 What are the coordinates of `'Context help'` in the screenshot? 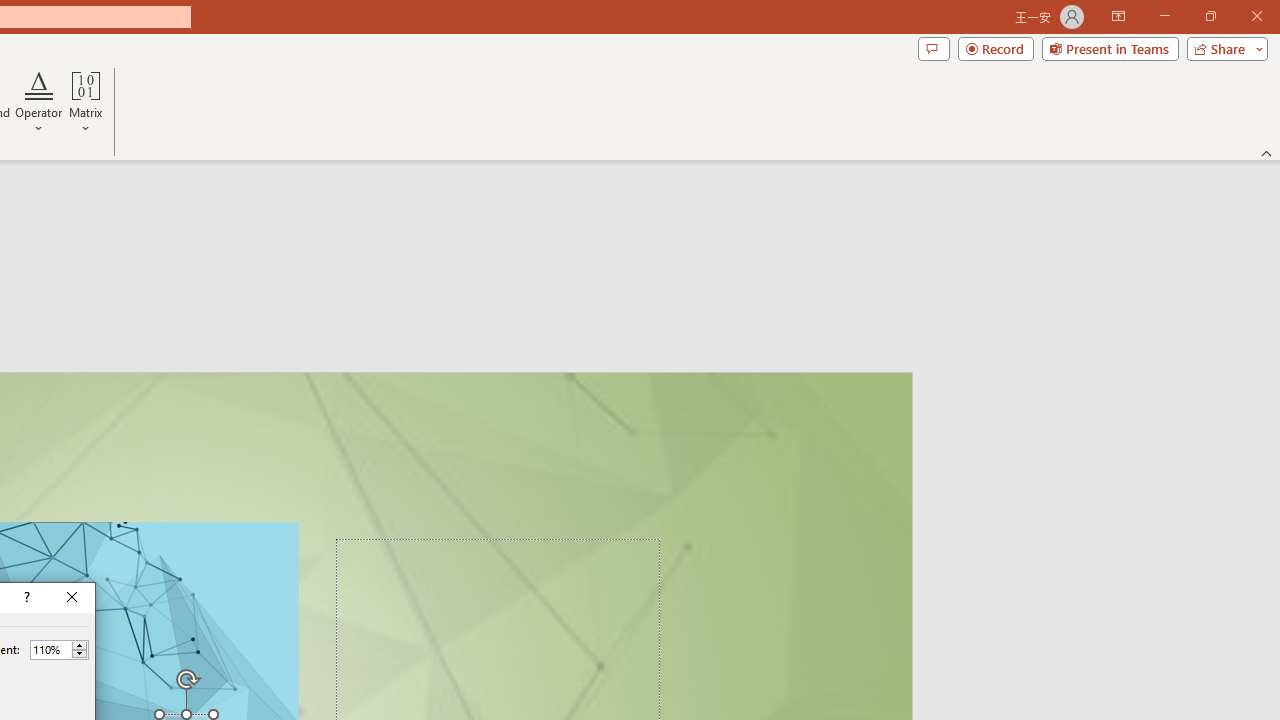 It's located at (25, 596).